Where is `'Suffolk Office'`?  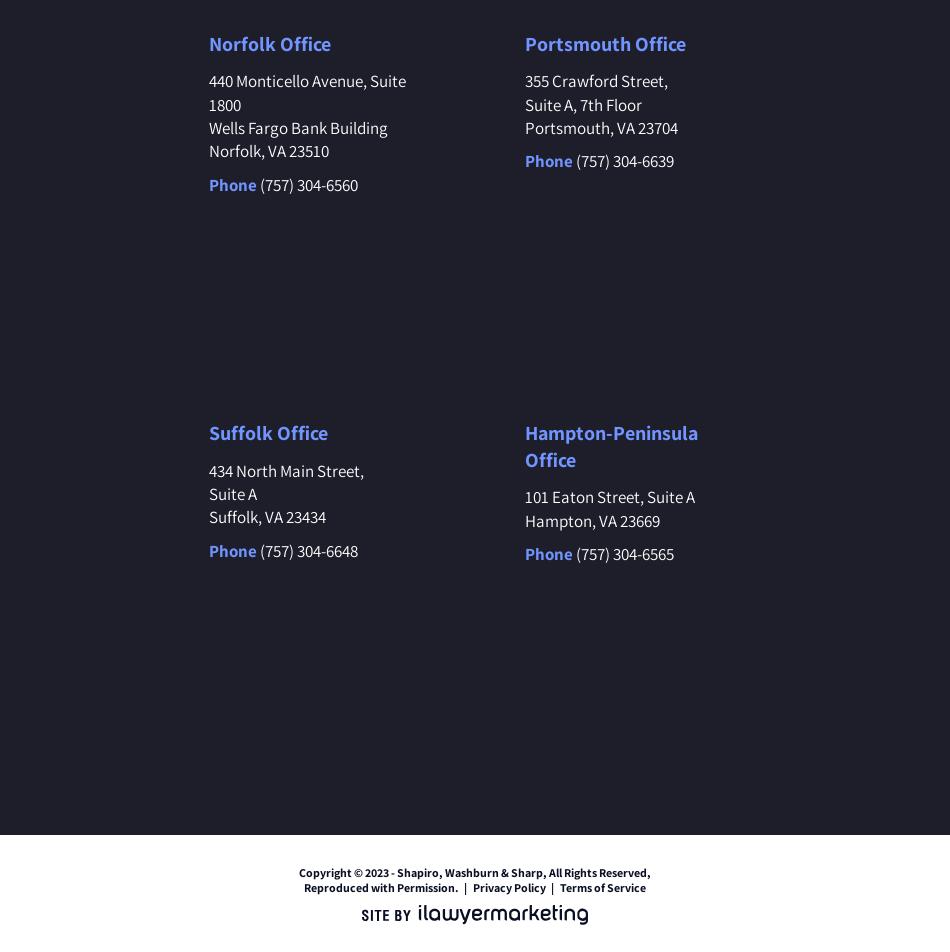
'Suffolk Office' is located at coordinates (266, 432).